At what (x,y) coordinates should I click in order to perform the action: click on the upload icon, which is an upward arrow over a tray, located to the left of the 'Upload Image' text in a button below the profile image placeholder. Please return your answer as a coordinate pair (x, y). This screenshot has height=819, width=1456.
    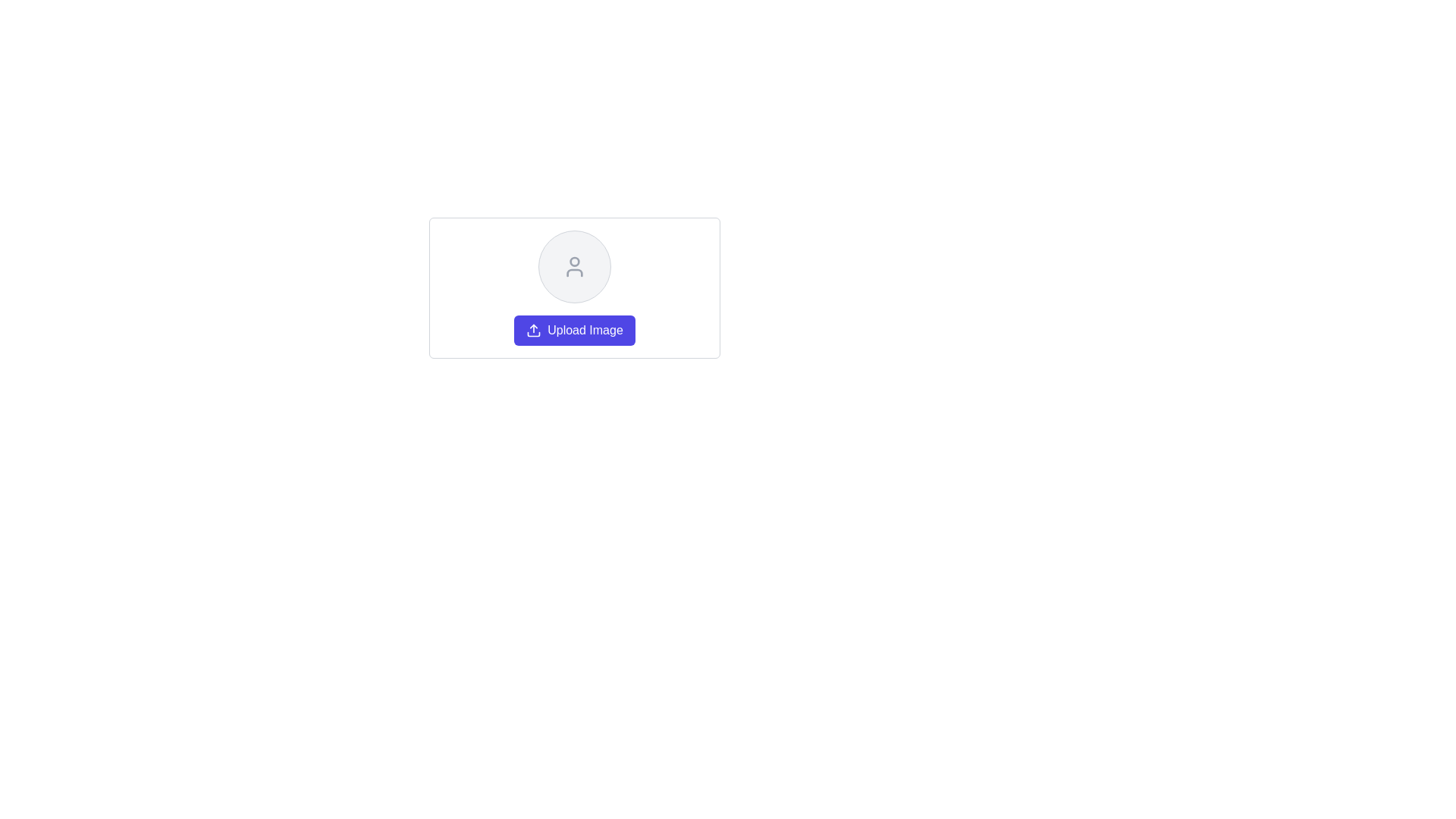
    Looking at the image, I should click on (534, 329).